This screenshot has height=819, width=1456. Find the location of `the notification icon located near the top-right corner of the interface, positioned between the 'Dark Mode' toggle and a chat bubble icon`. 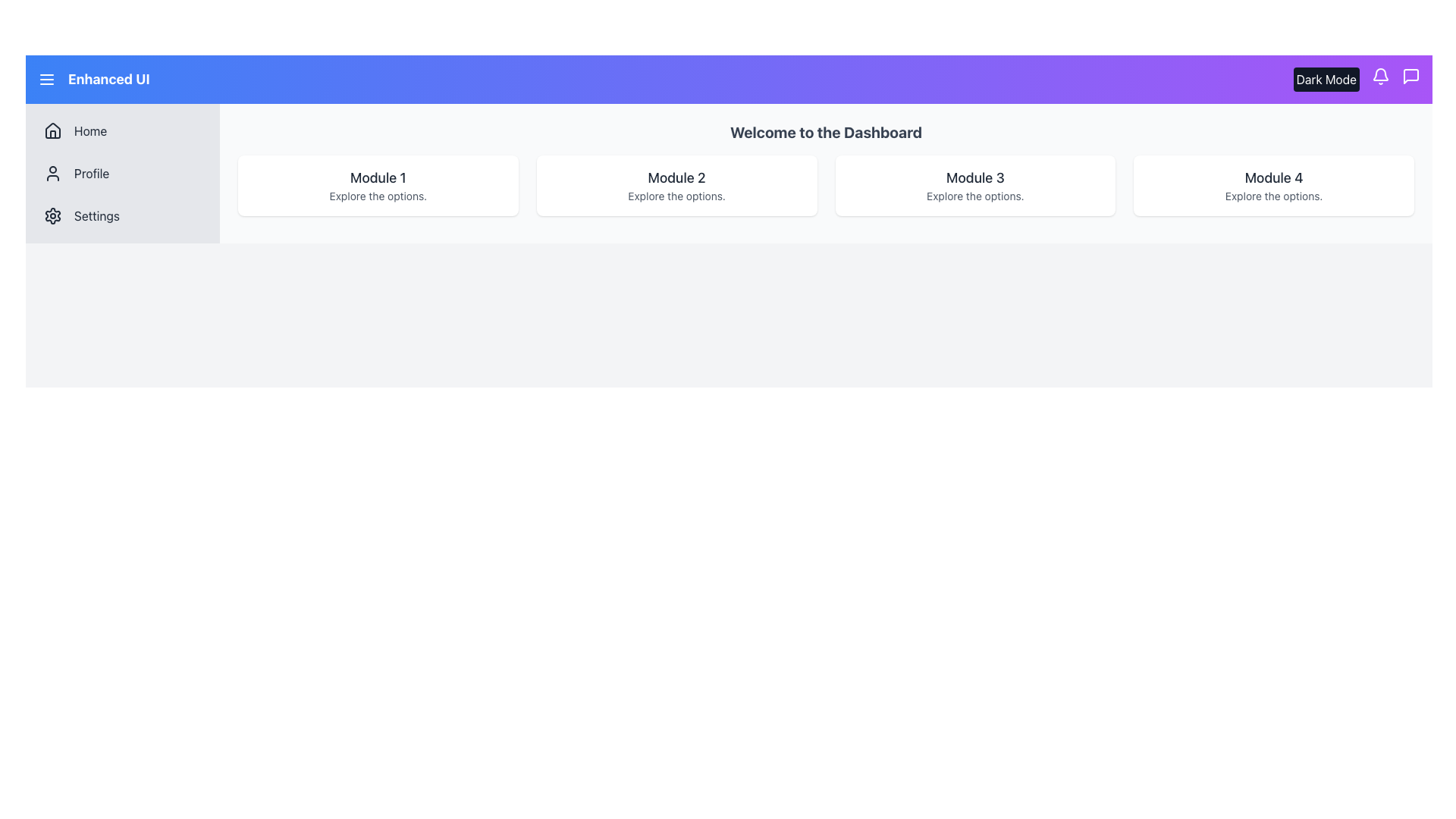

the notification icon located near the top-right corner of the interface, positioned between the 'Dark Mode' toggle and a chat bubble icon is located at coordinates (1380, 74).